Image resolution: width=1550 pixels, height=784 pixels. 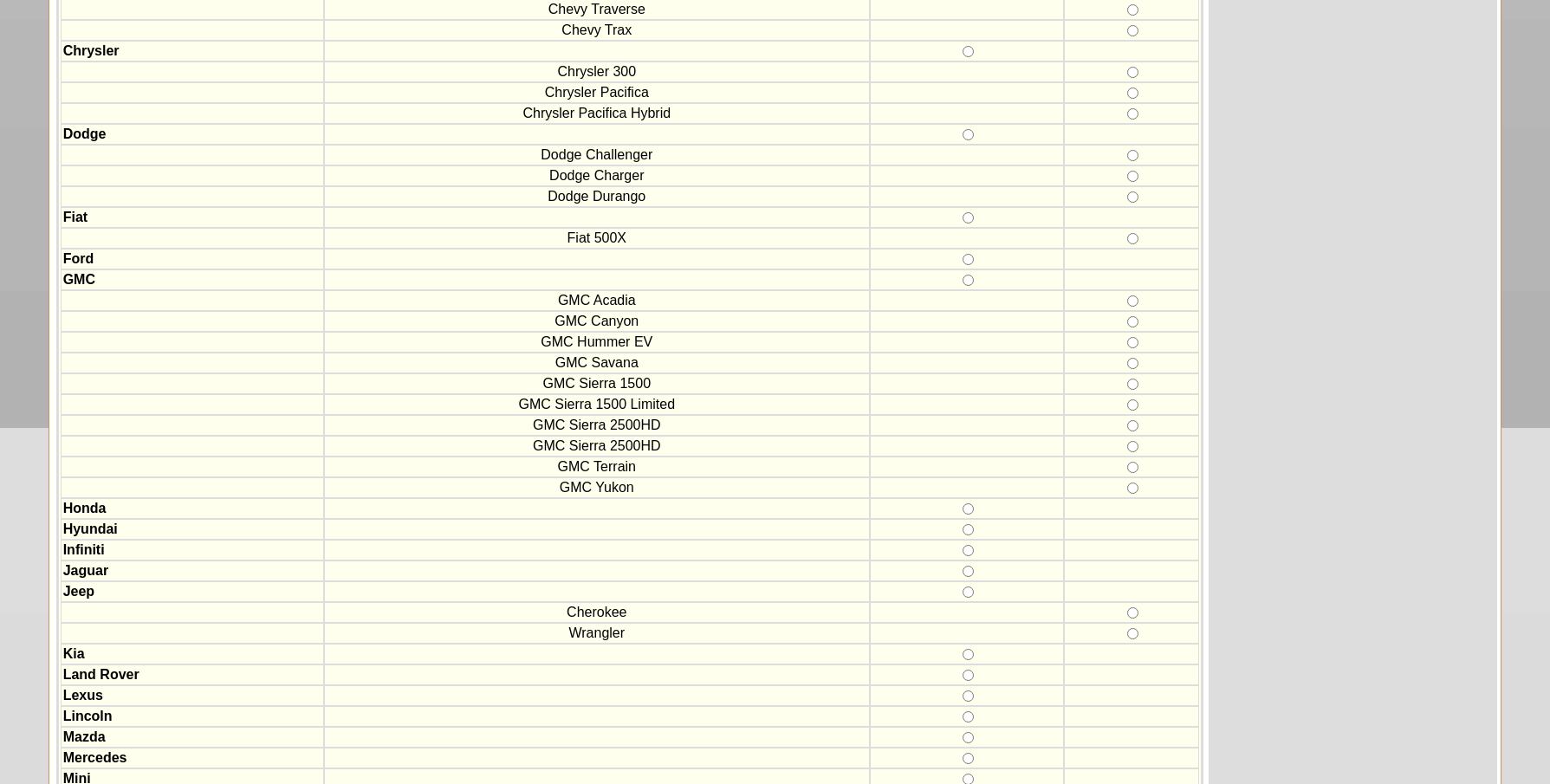 What do you see at coordinates (596, 29) in the screenshot?
I see `'Chevy Trax'` at bounding box center [596, 29].